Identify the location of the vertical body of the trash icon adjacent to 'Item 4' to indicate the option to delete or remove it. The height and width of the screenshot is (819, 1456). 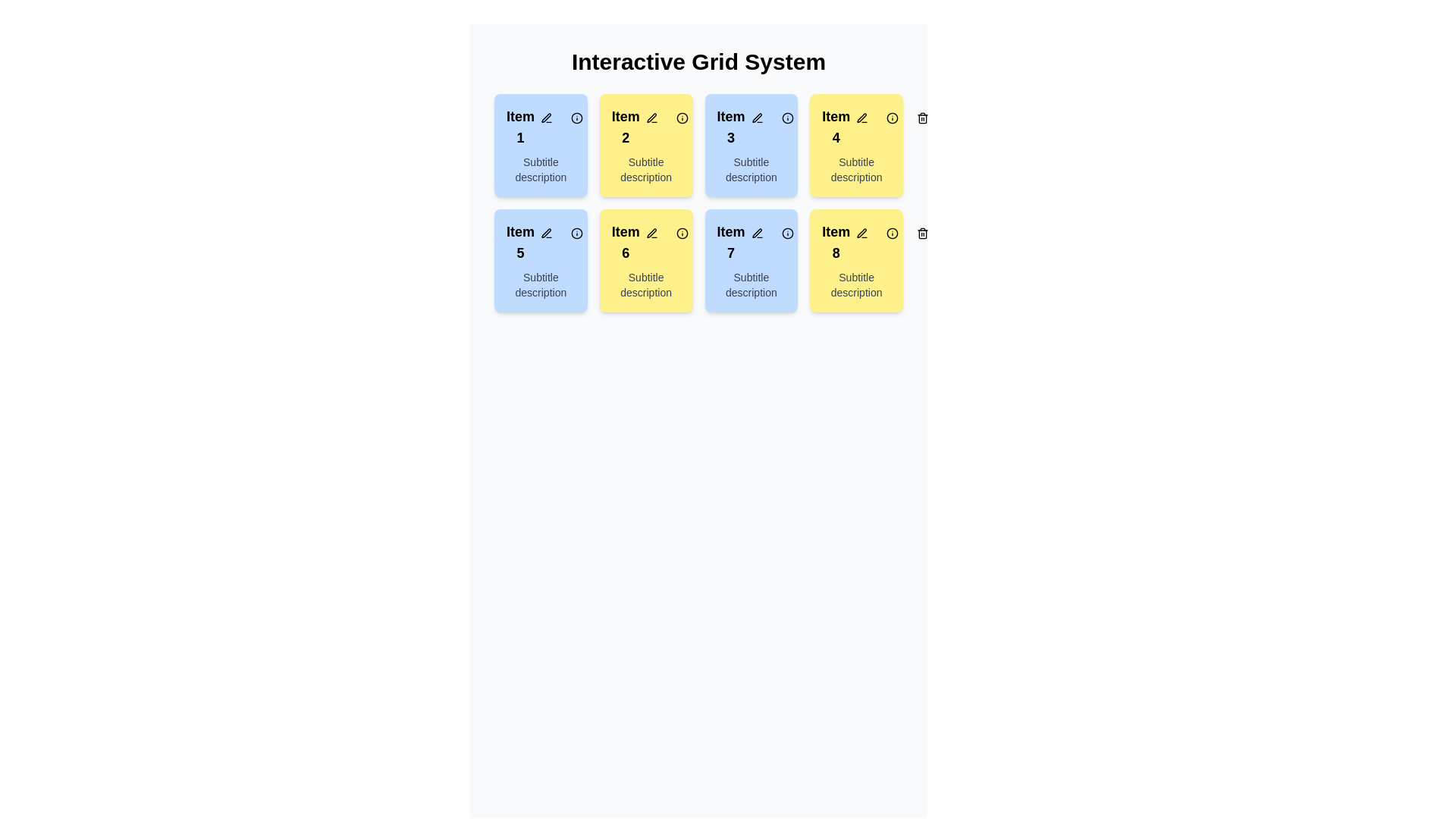
(922, 118).